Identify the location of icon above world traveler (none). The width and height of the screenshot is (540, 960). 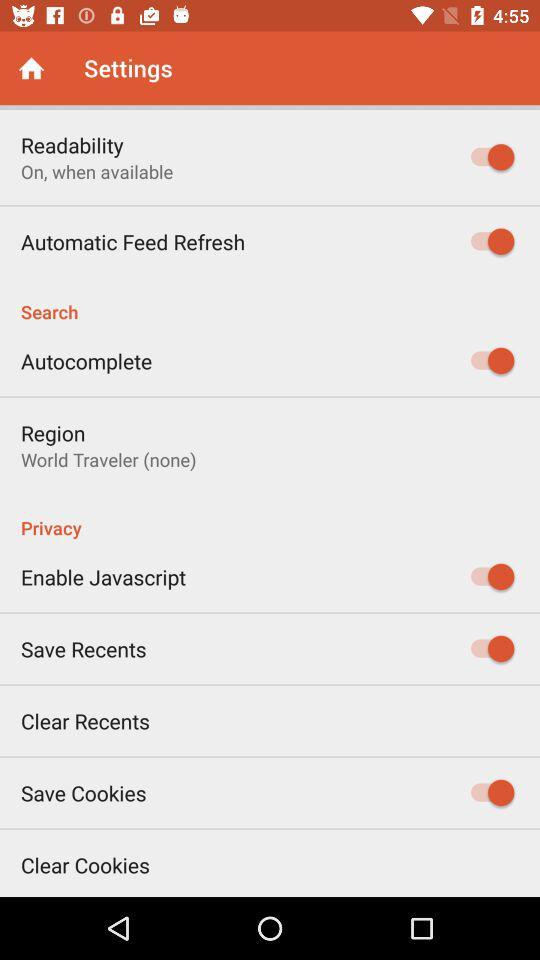
(53, 433).